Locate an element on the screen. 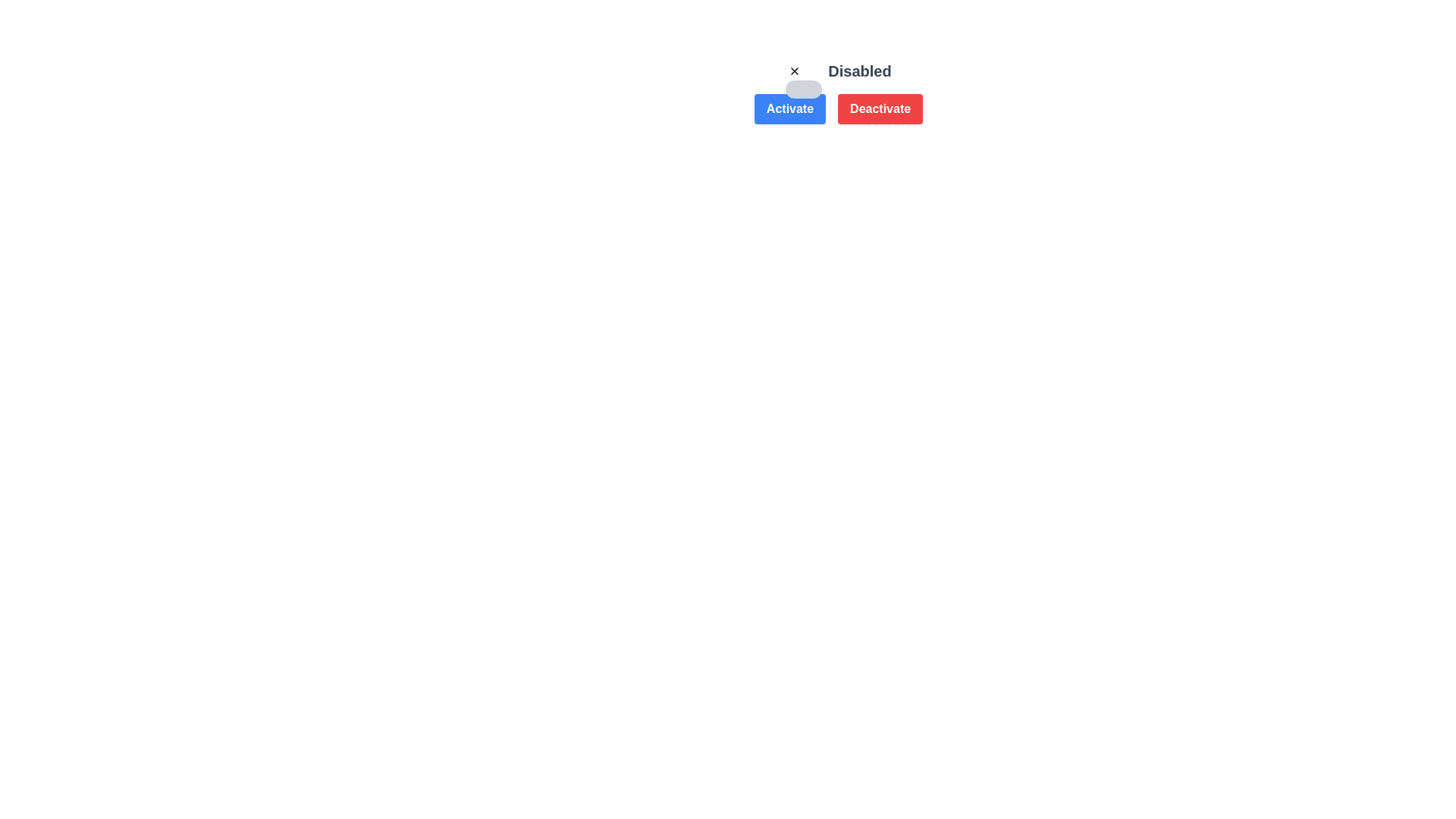 The image size is (1456, 819). the 'Deactivate' button, which is the second button to the right of the 'Activate' button in the row below the 'Disabled' section is located at coordinates (837, 93).